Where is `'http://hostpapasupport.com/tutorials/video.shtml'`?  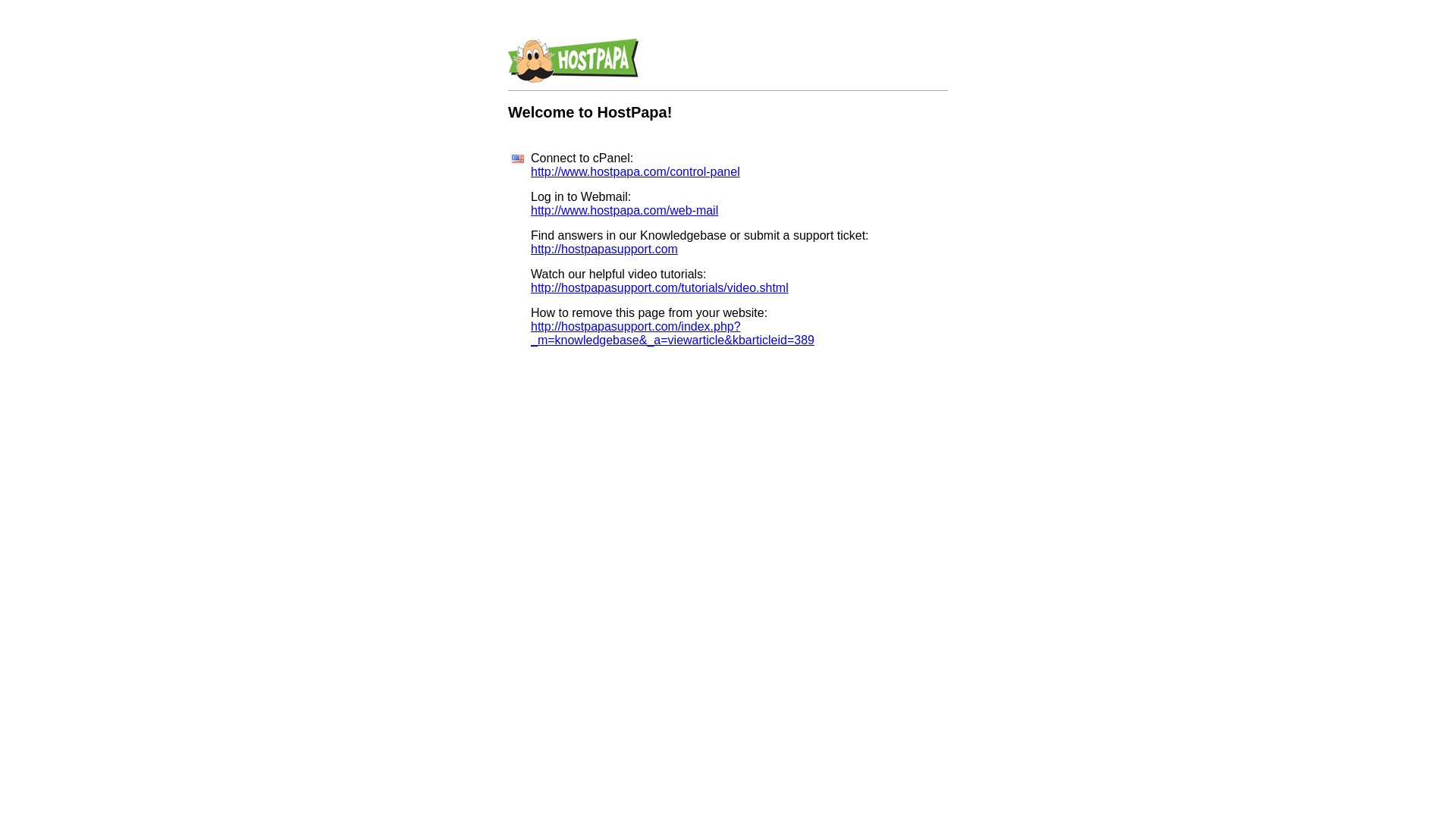 'http://hostpapasupport.com/tutorials/video.shtml' is located at coordinates (659, 287).